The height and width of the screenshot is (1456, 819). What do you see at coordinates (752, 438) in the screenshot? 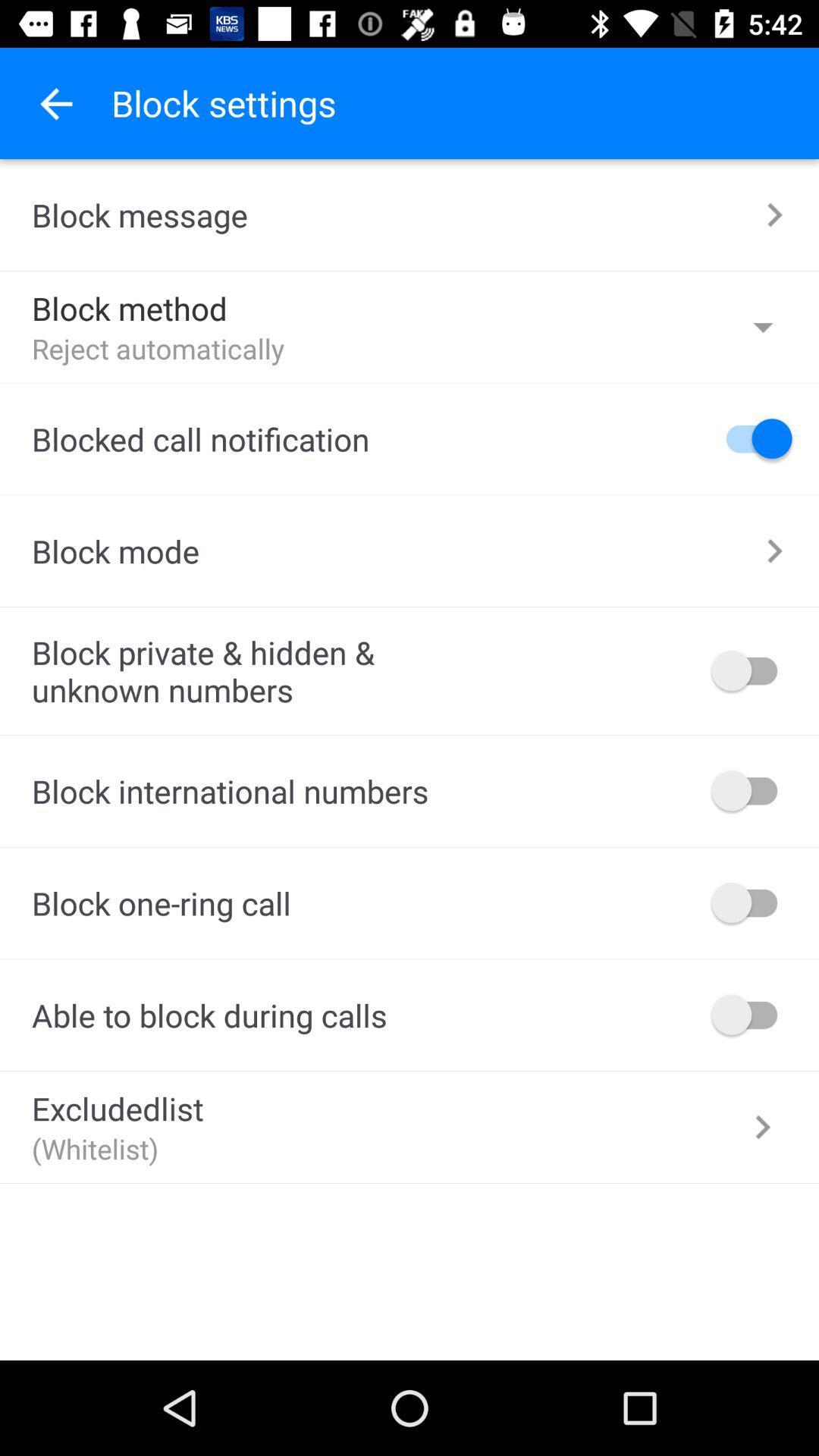
I see `turn off` at bounding box center [752, 438].